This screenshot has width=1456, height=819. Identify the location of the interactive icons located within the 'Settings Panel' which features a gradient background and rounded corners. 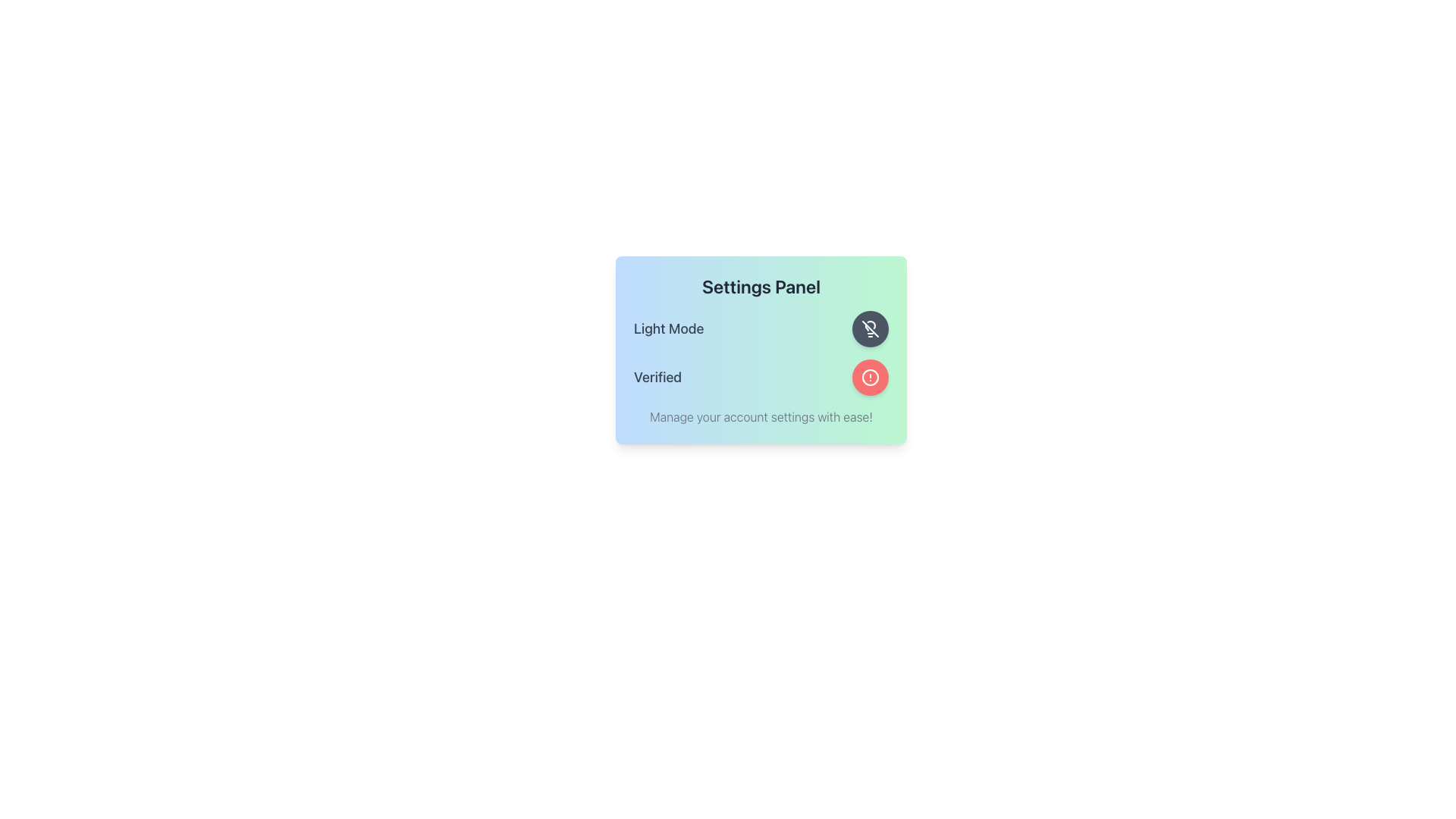
(761, 350).